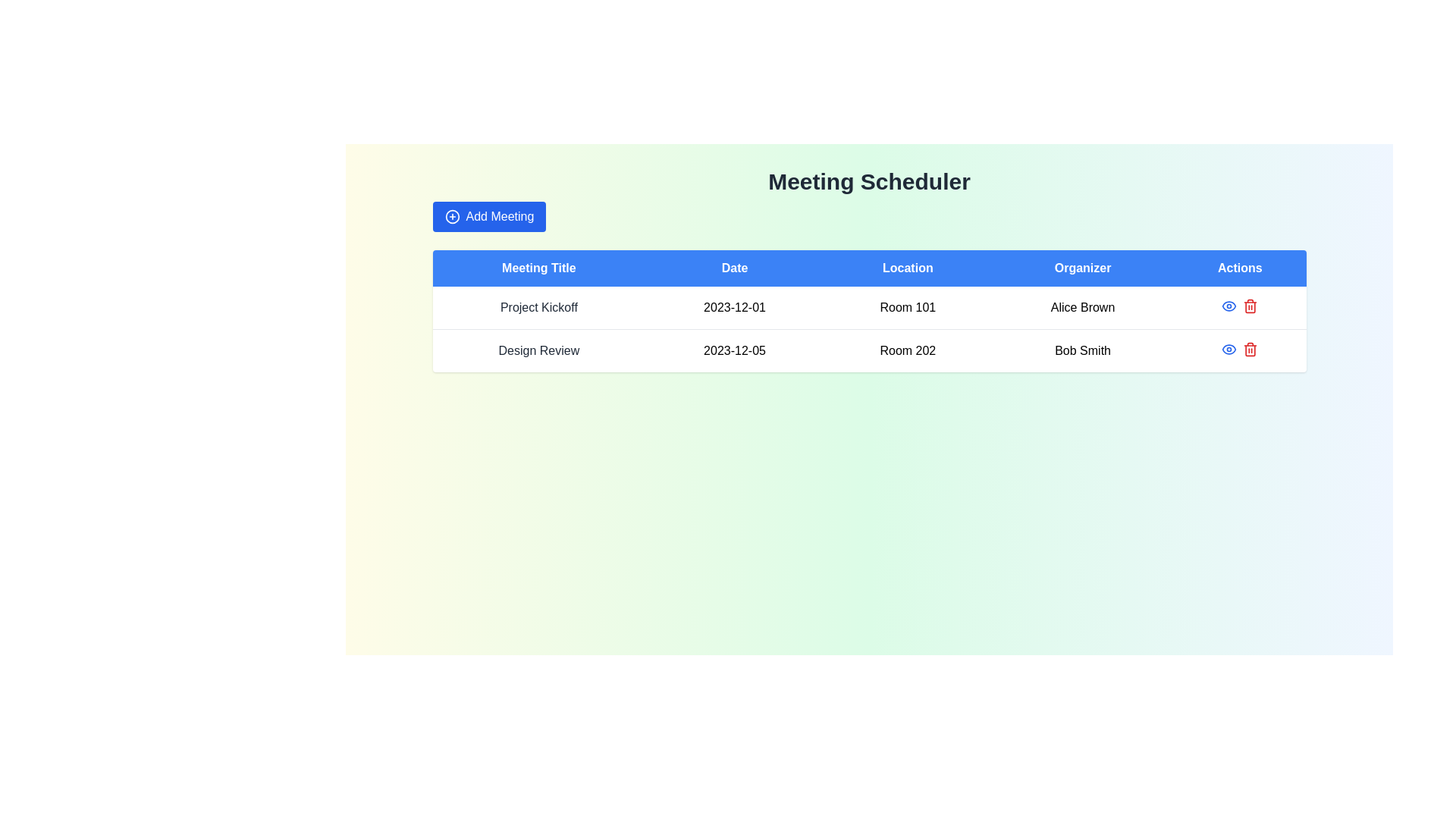 Image resolution: width=1456 pixels, height=819 pixels. Describe the element at coordinates (538, 307) in the screenshot. I see `the Text Label displaying the title of the meeting or event in the first row under the 'Meeting Title' column of the schedule` at that location.